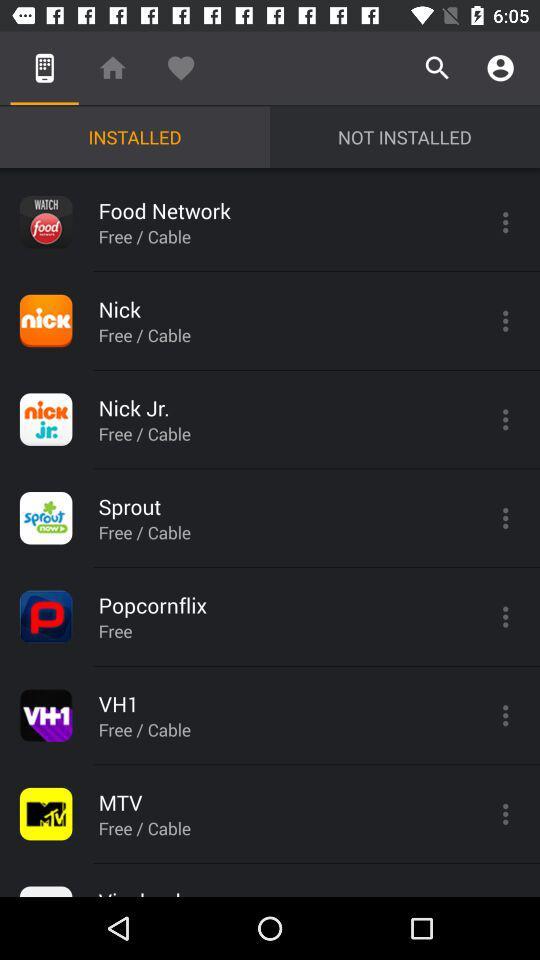 This screenshot has width=540, height=960. Describe the element at coordinates (112, 68) in the screenshot. I see `the item above the installed icon` at that location.